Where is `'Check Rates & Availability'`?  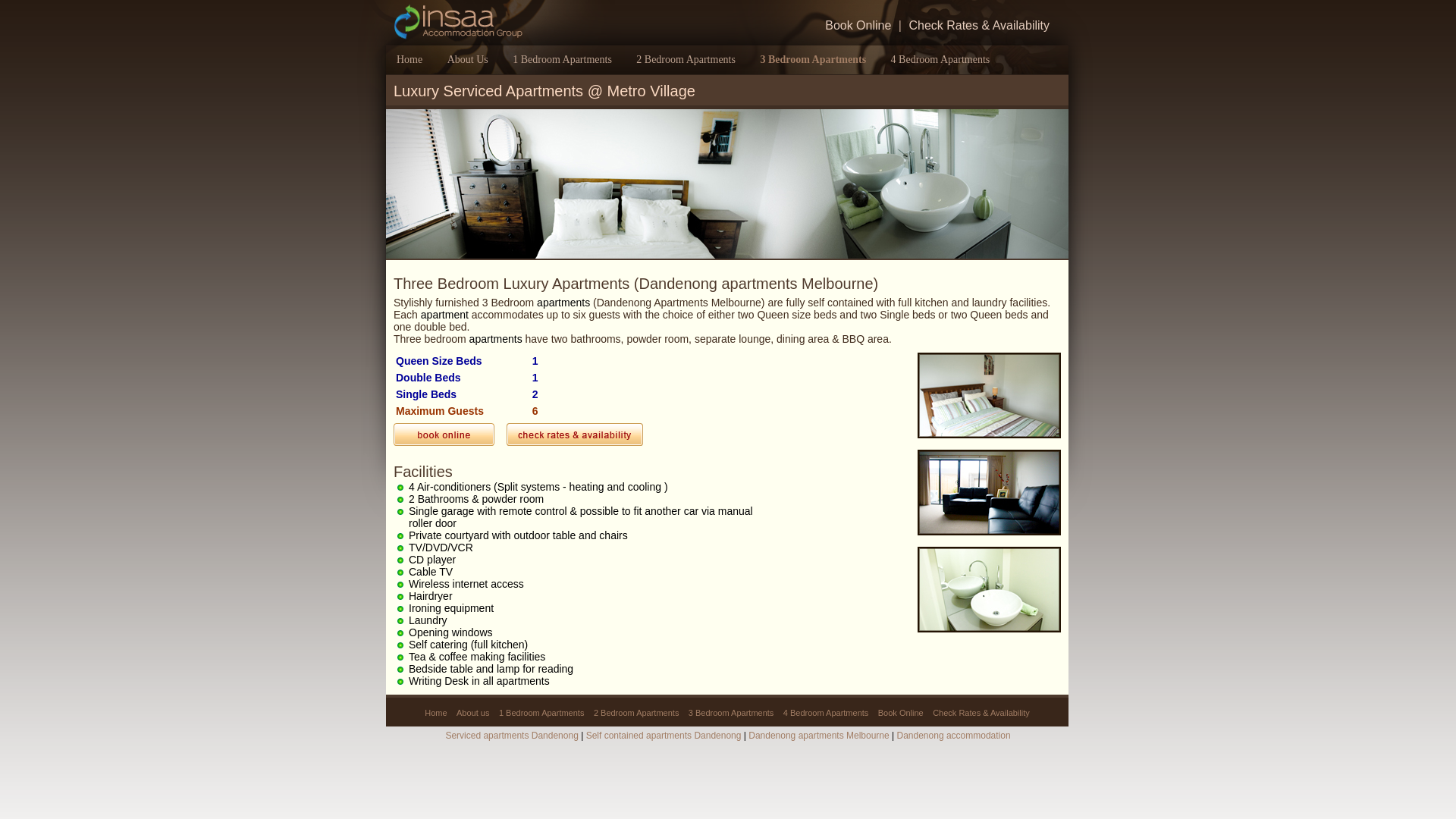 'Check Rates & Availability' is located at coordinates (979, 26).